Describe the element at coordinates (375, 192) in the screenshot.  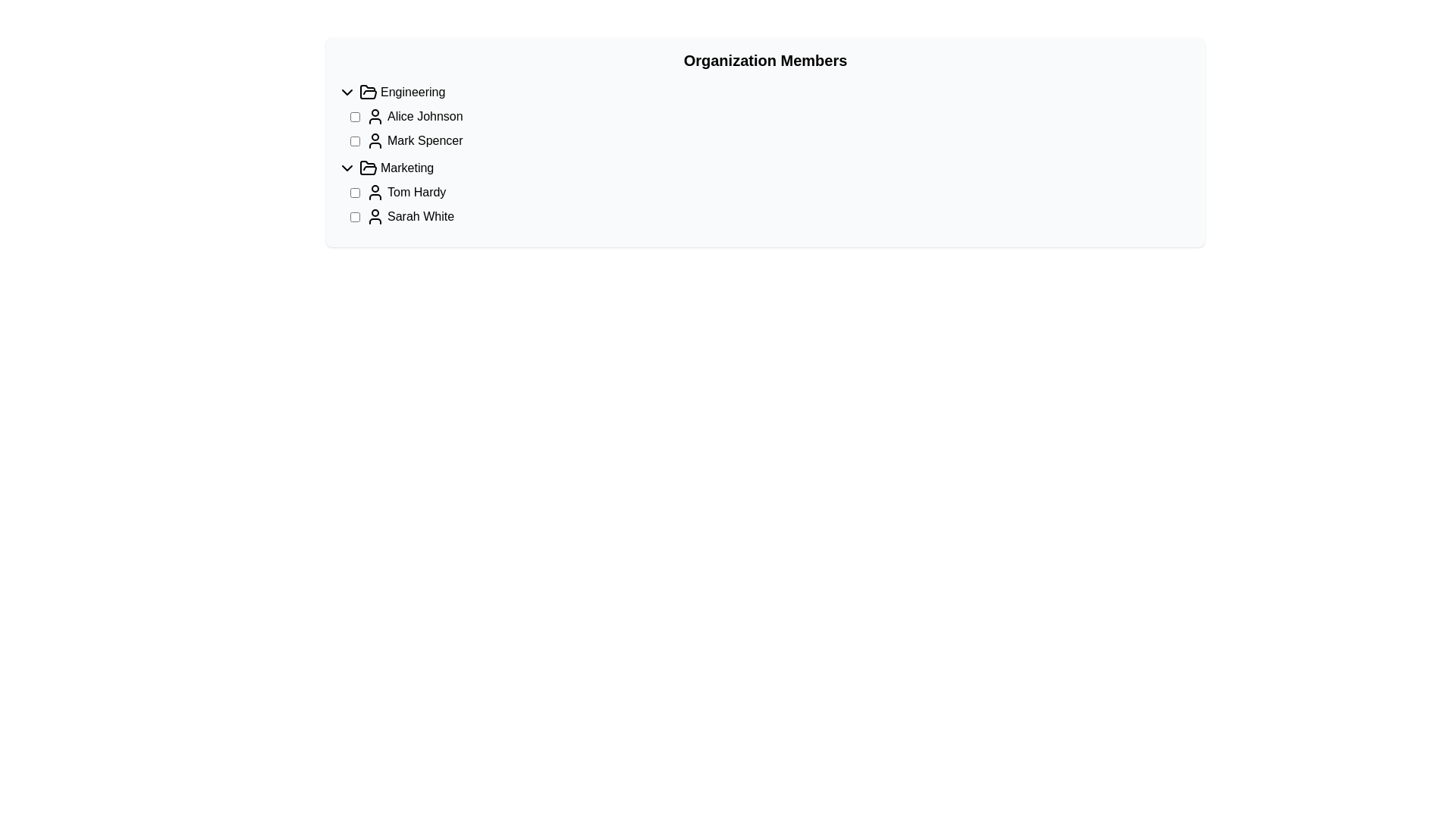
I see `the User profile icon located left of the text 'Tom Hardy' and adjacent to a checkbox` at that location.